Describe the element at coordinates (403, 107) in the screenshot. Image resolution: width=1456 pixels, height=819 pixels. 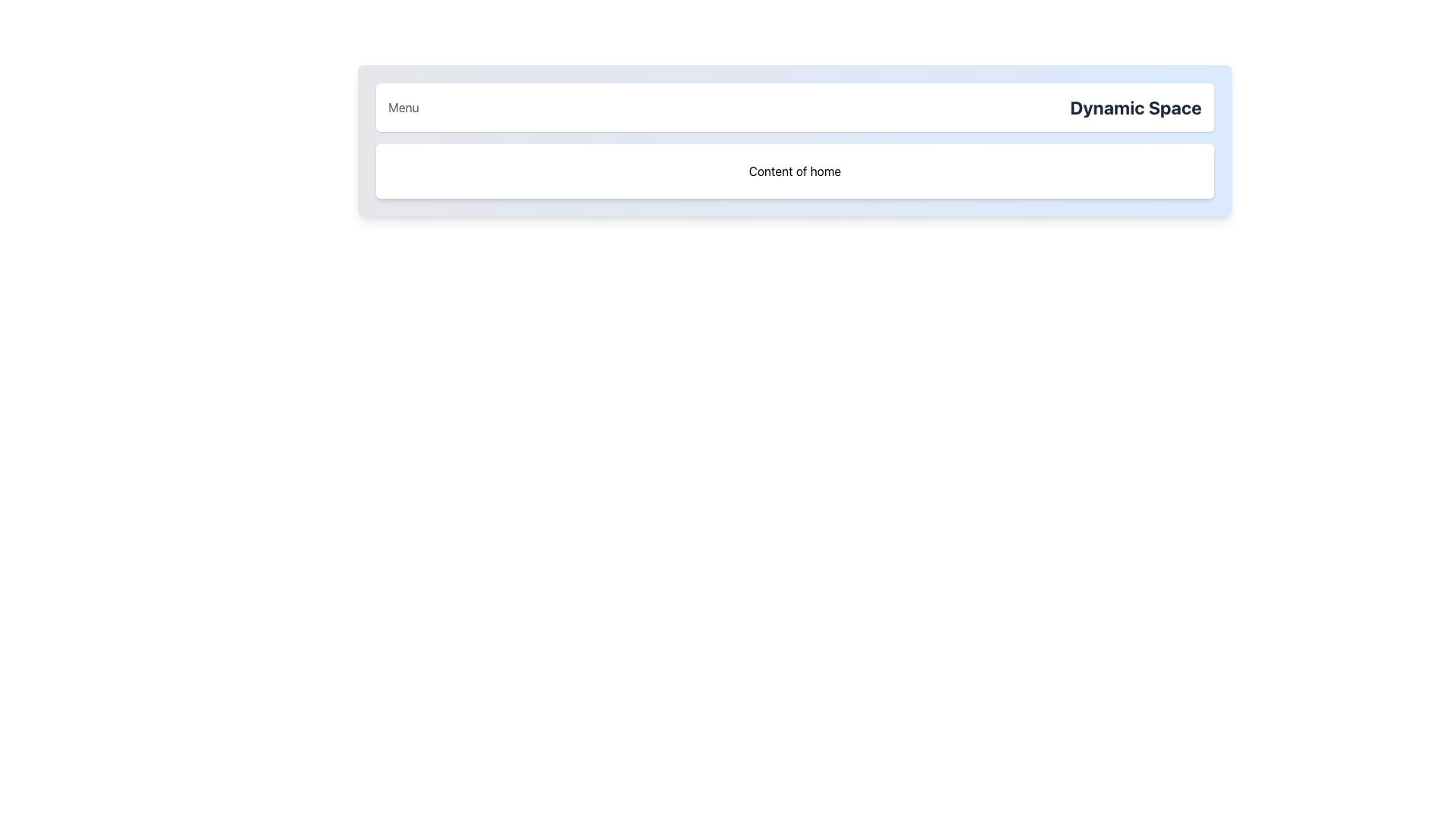
I see `the navigational link or interactive text located on the left side of the header-like bar` at that location.